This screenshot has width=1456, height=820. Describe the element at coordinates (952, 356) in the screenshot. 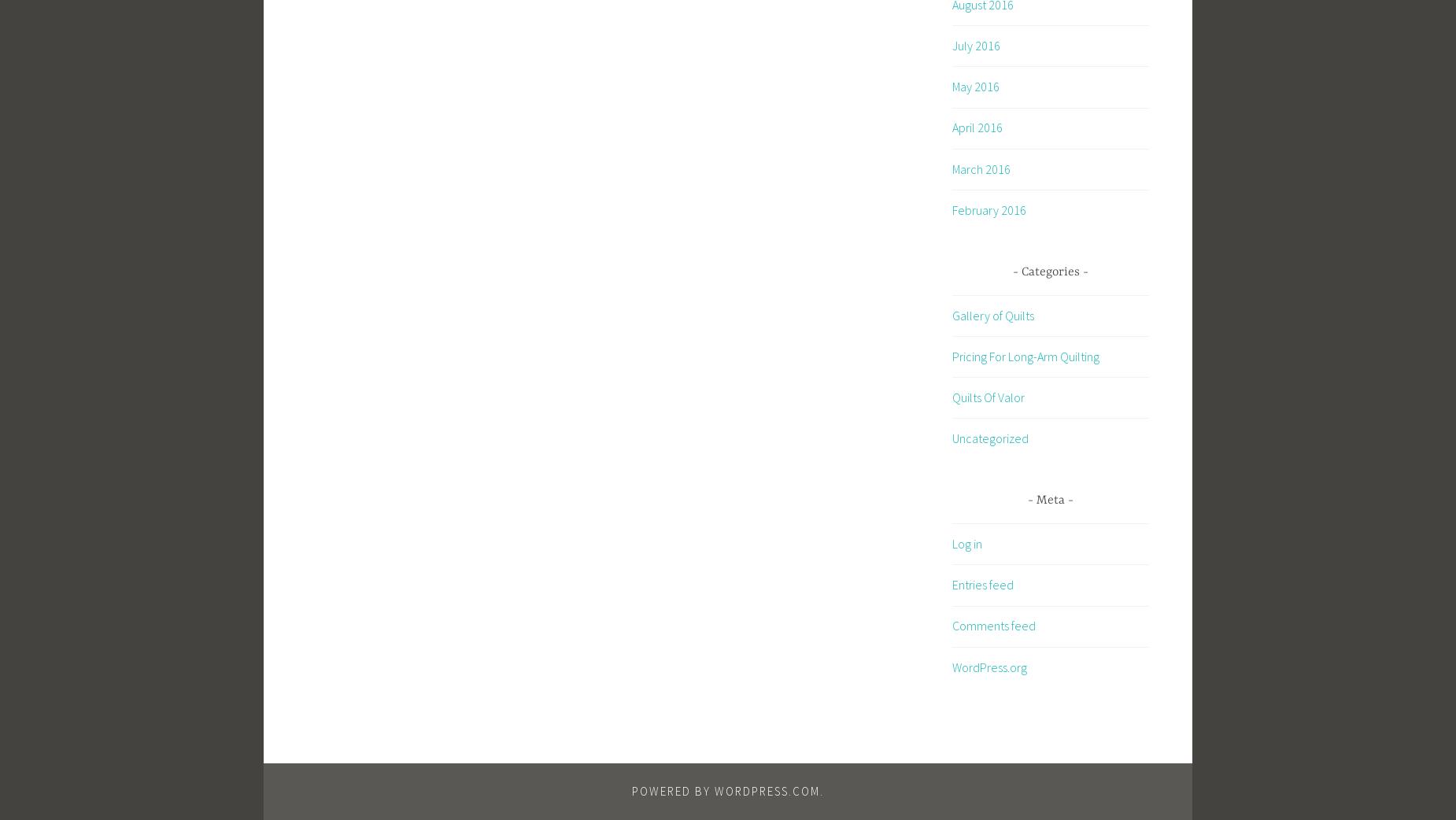

I see `'Pricing For Long-Arm Quilting'` at that location.